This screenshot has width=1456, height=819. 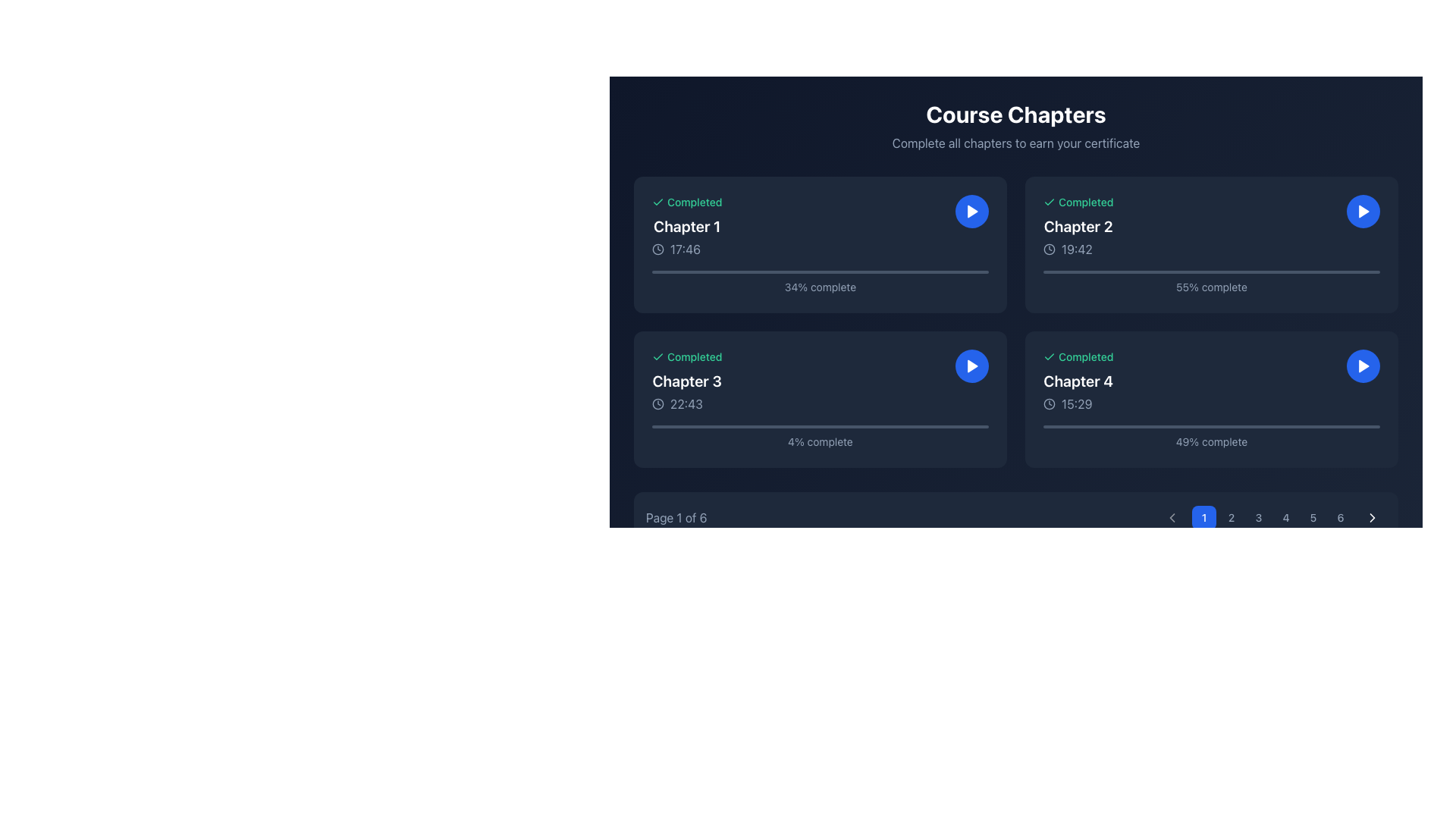 What do you see at coordinates (819, 283) in the screenshot?
I see `the Progress indicator for Chapter 1, which displays that it is 34% complete` at bounding box center [819, 283].